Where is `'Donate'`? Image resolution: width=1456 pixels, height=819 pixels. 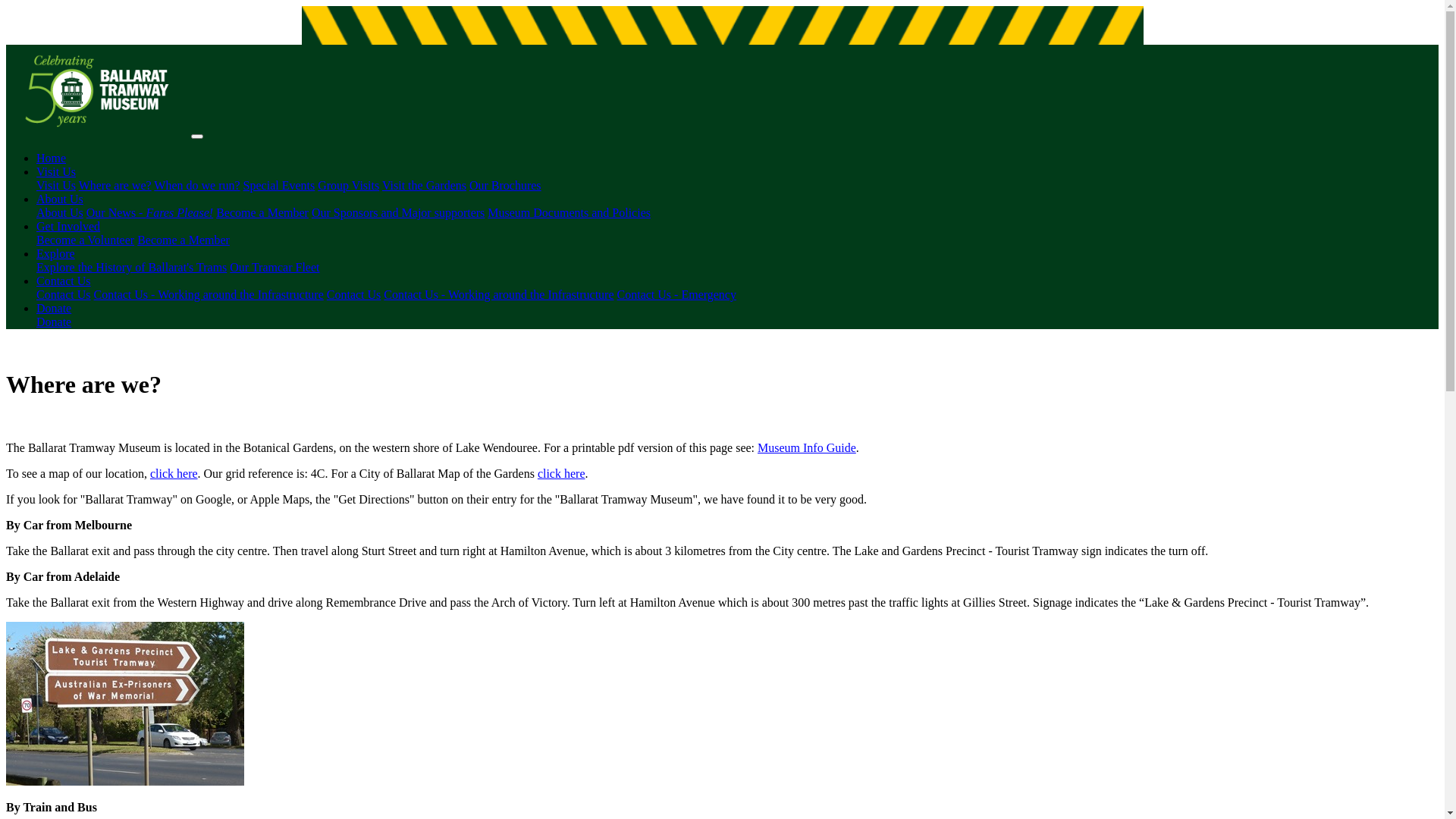 'Donate' is located at coordinates (54, 307).